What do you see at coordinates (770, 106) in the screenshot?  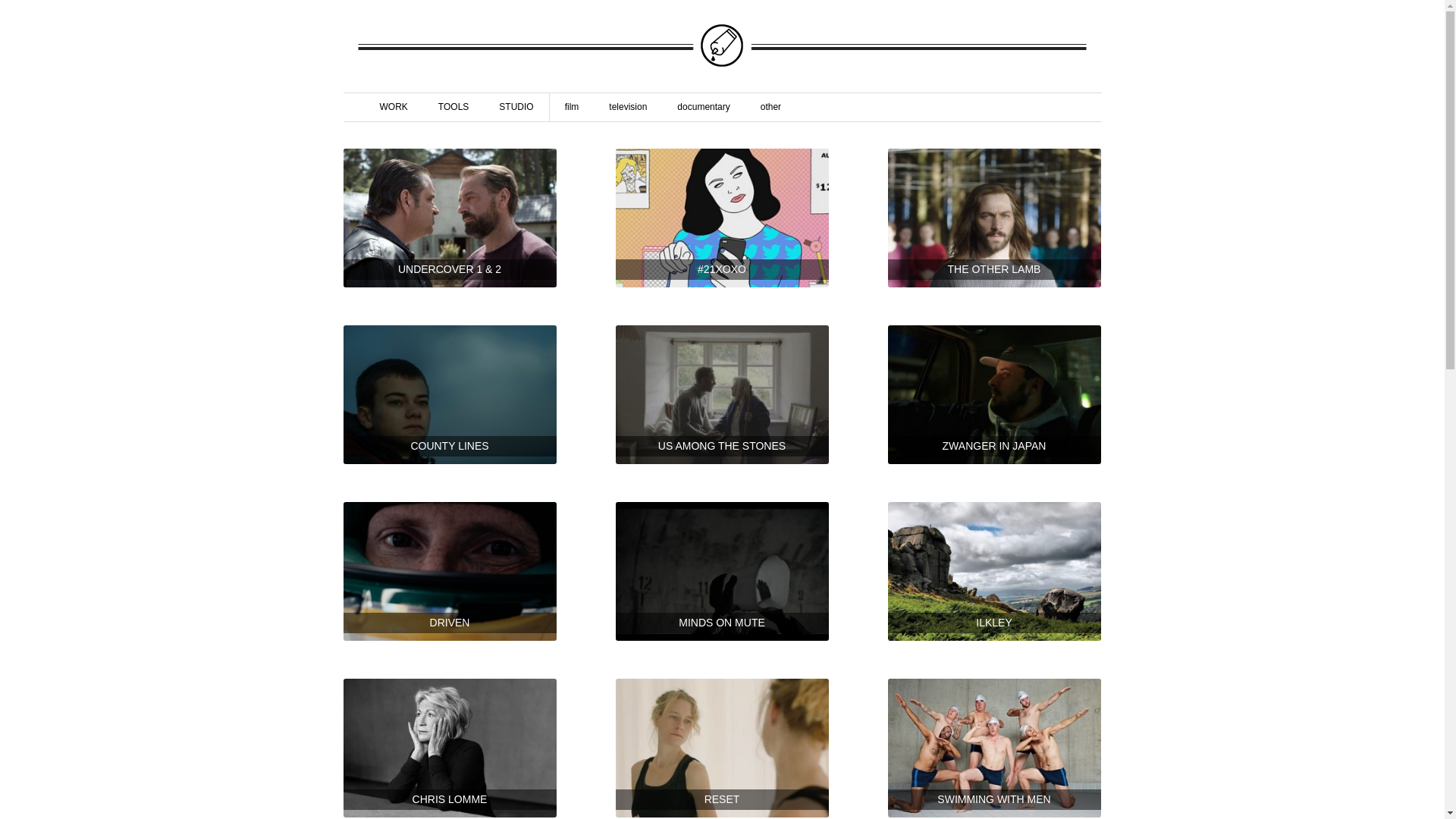 I see `'other'` at bounding box center [770, 106].